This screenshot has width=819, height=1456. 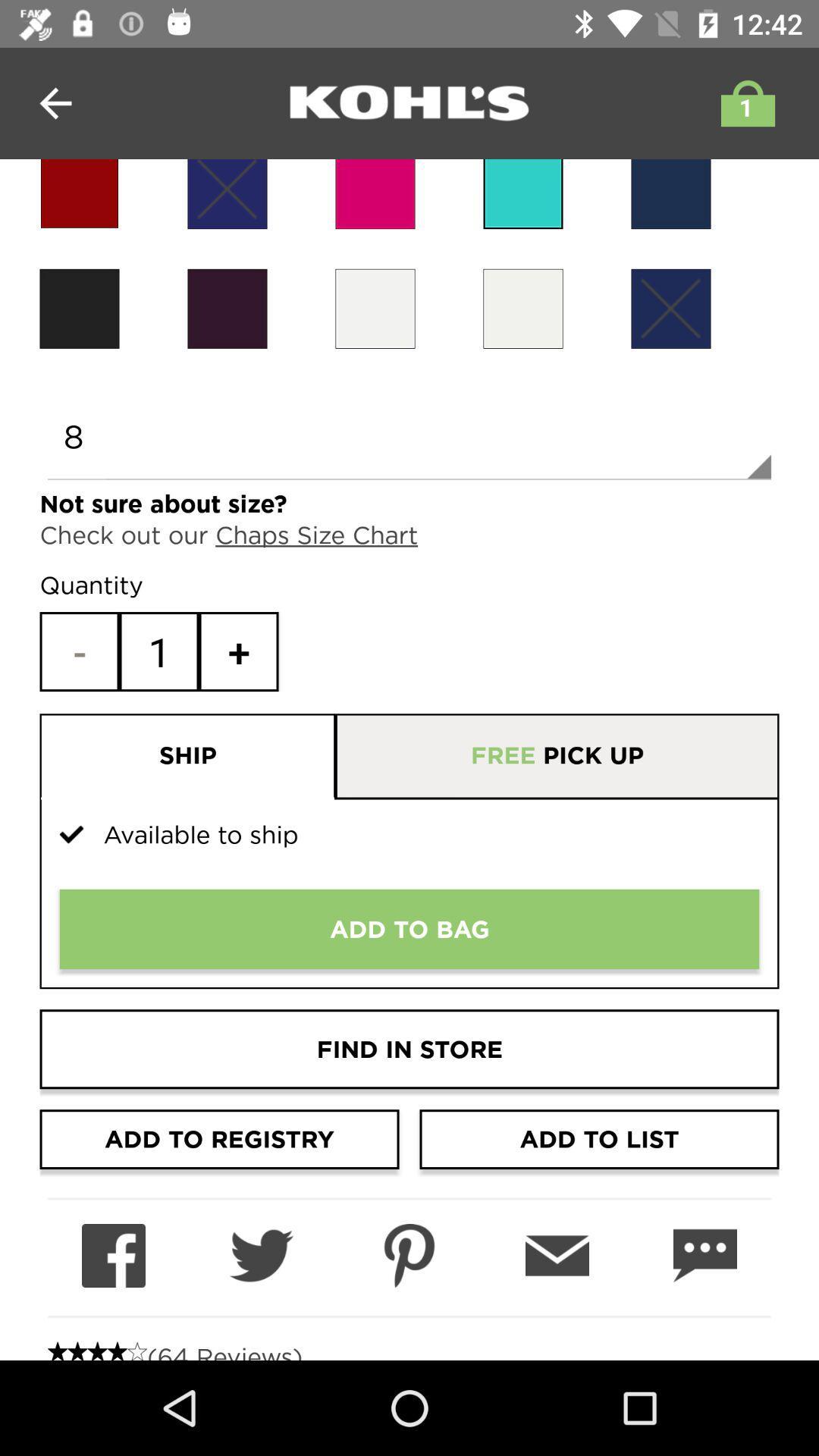 I want to click on the star icon, so click(x=79, y=193).